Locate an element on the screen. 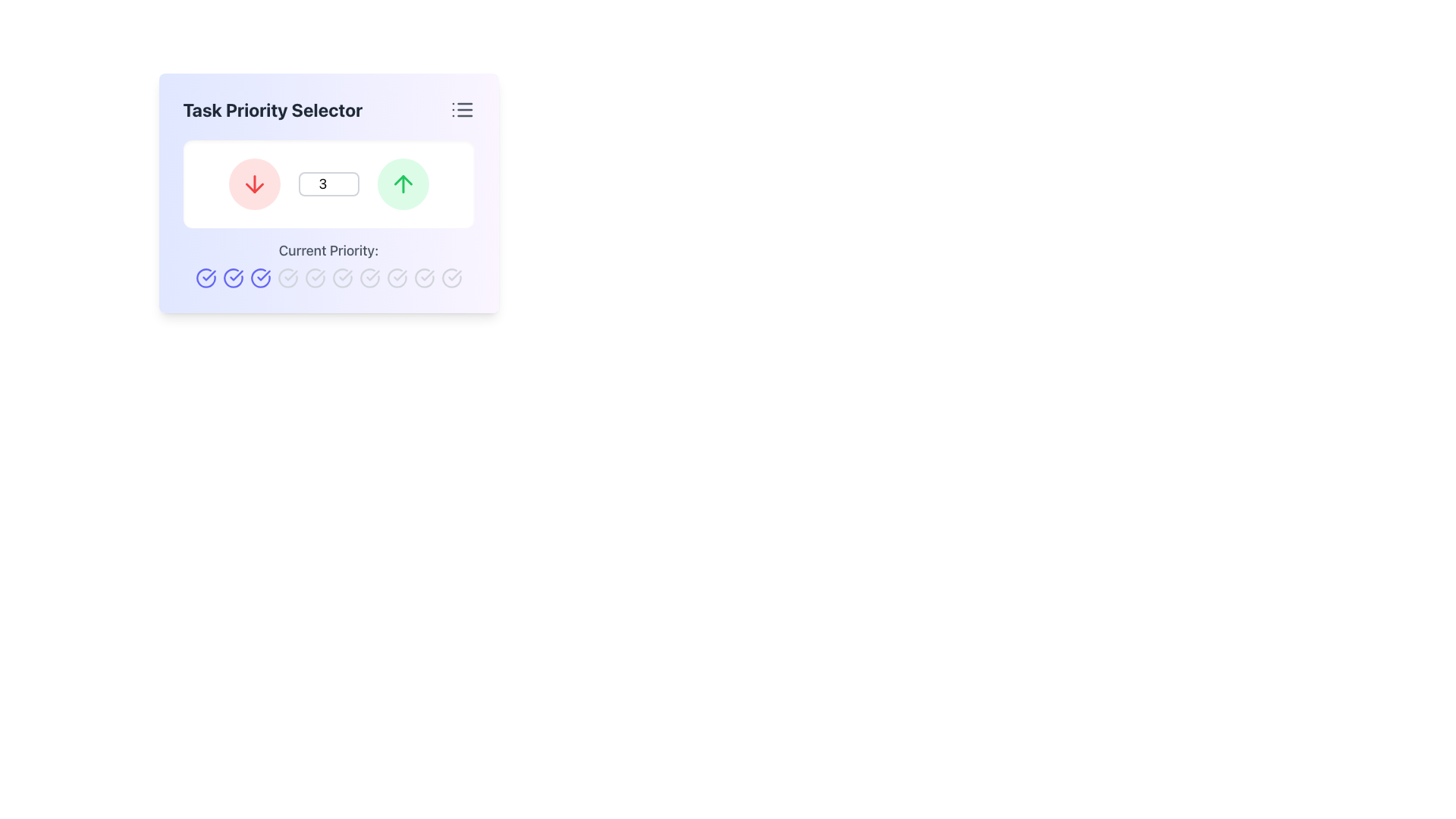  the 8th circular checkbox icon with a check mark in the 'Current Priority' section to interact is located at coordinates (397, 278).